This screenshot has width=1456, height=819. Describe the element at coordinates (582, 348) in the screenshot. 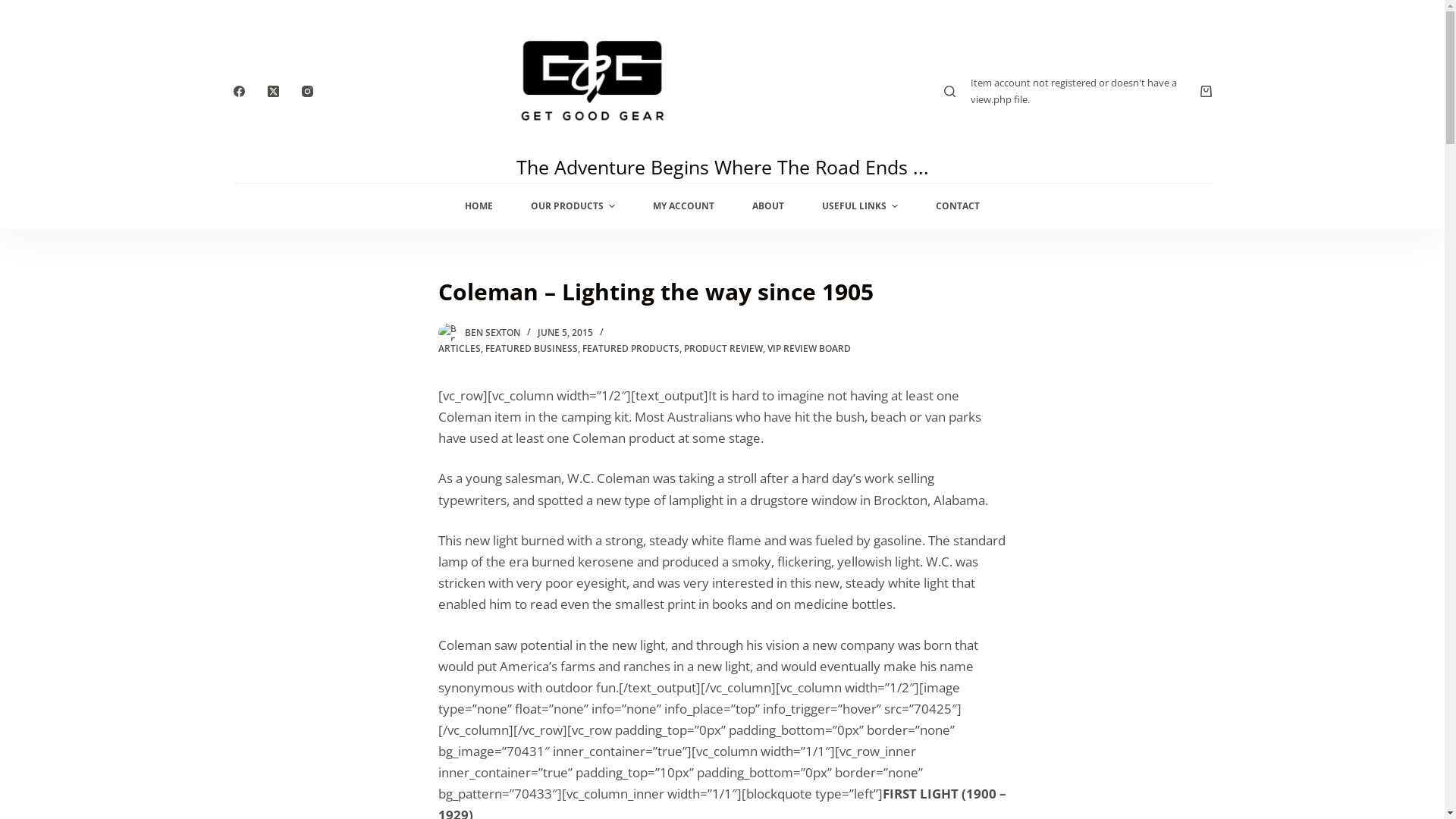

I see `'FEATURED PRODUCTS'` at that location.